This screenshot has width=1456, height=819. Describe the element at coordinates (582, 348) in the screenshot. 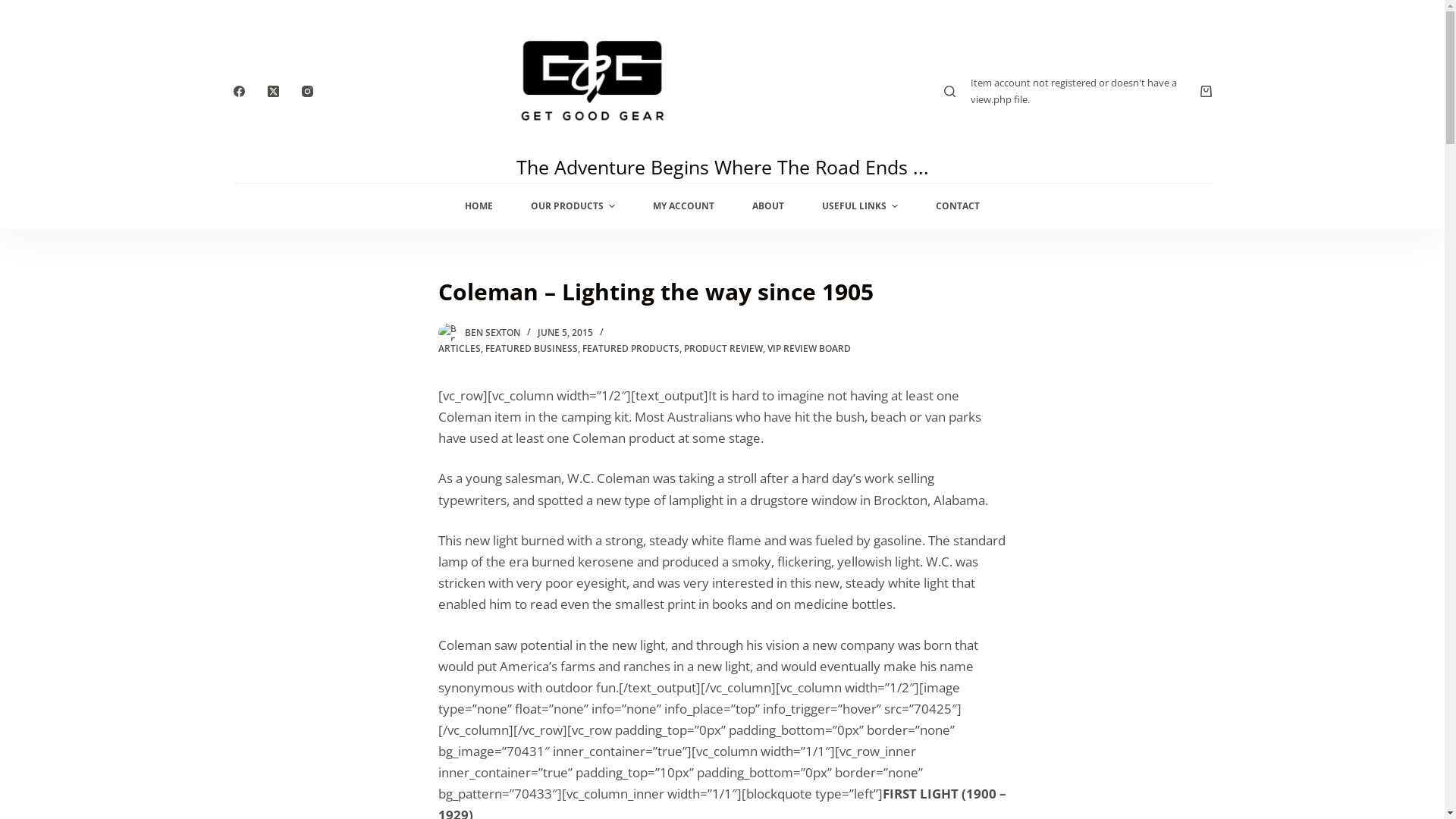

I see `'FEATURED PRODUCTS'` at that location.